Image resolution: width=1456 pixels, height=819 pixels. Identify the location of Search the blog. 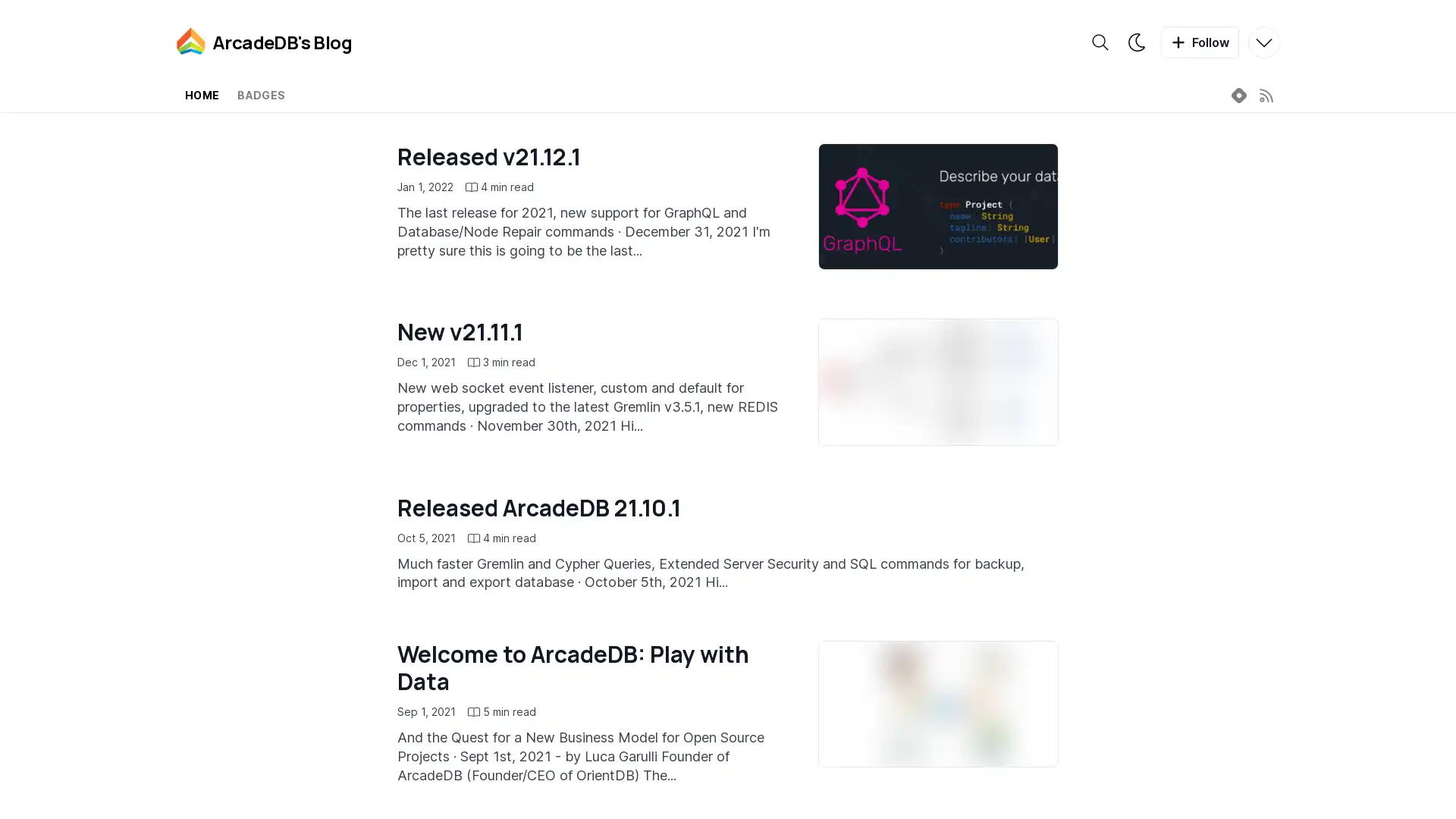
(1100, 42).